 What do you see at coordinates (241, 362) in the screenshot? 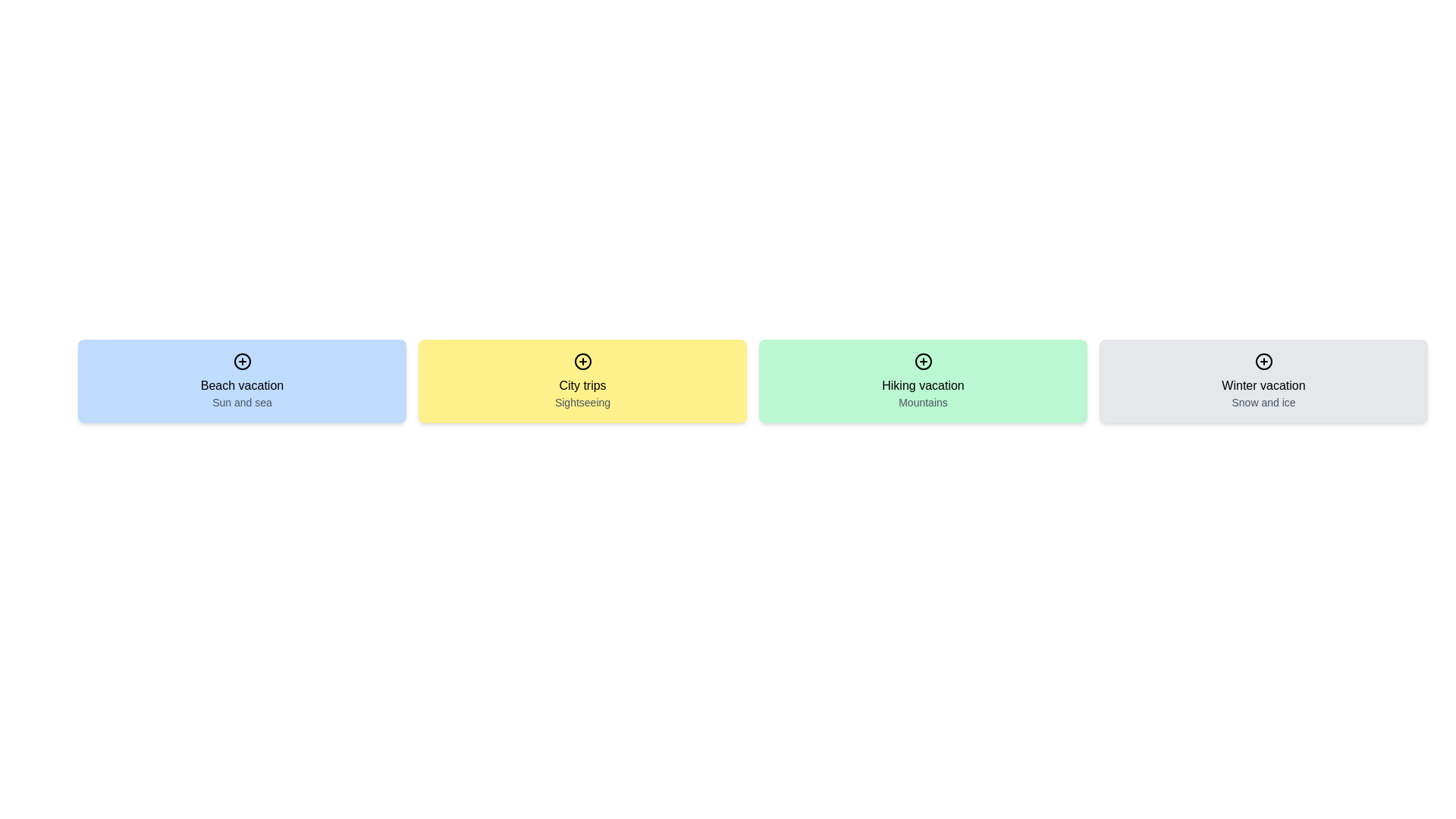
I see `the interactive button with a 'plus' icon located at the top center of the first blue card labeled 'Beach vacation'` at bounding box center [241, 362].